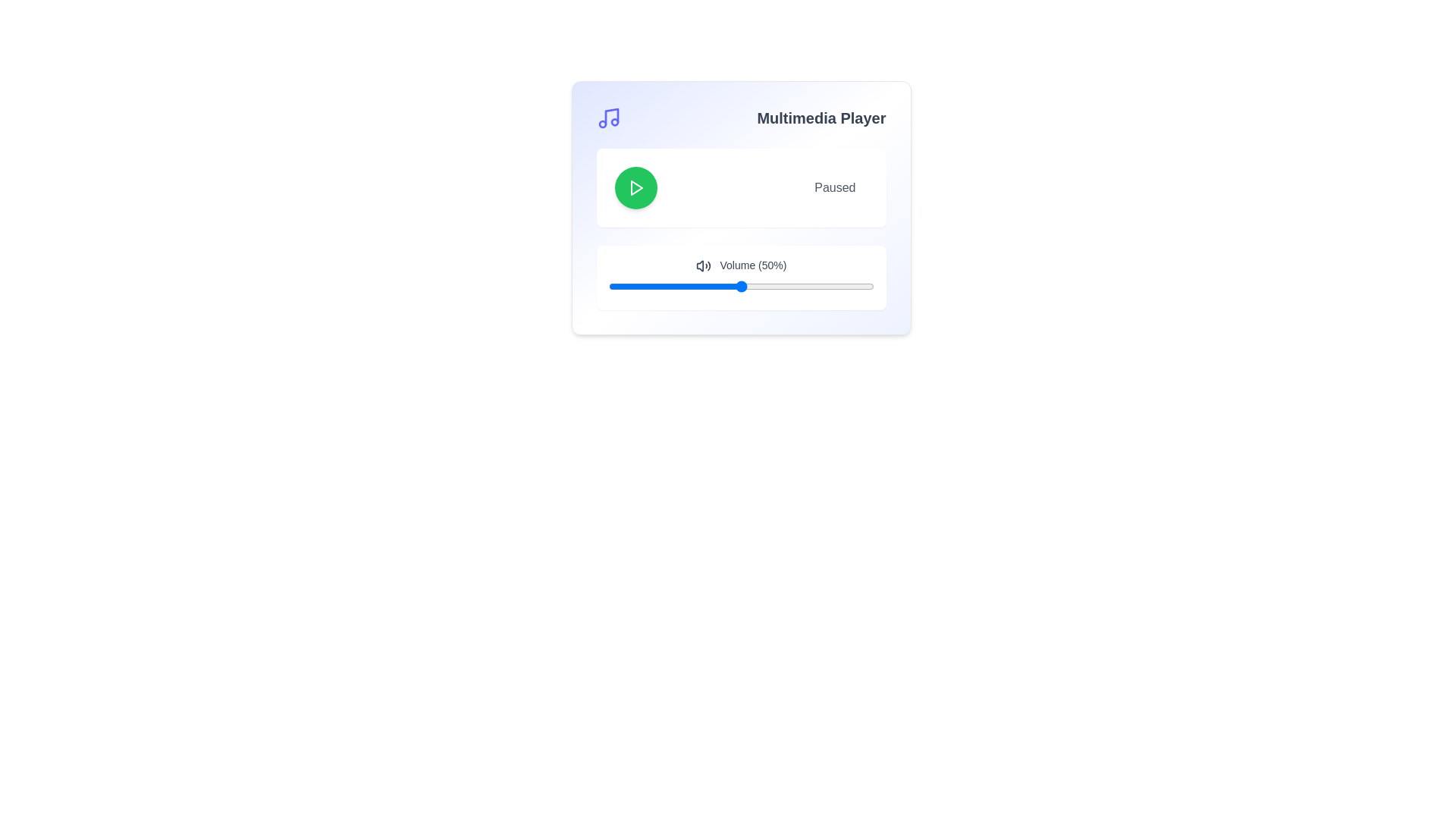 The image size is (1456, 819). What do you see at coordinates (834, 187) in the screenshot?
I see `the status label that indicates the current state of the multimedia player, which shows 'Paused' when the player is not active, positioned to the right of the circular green play button` at bounding box center [834, 187].